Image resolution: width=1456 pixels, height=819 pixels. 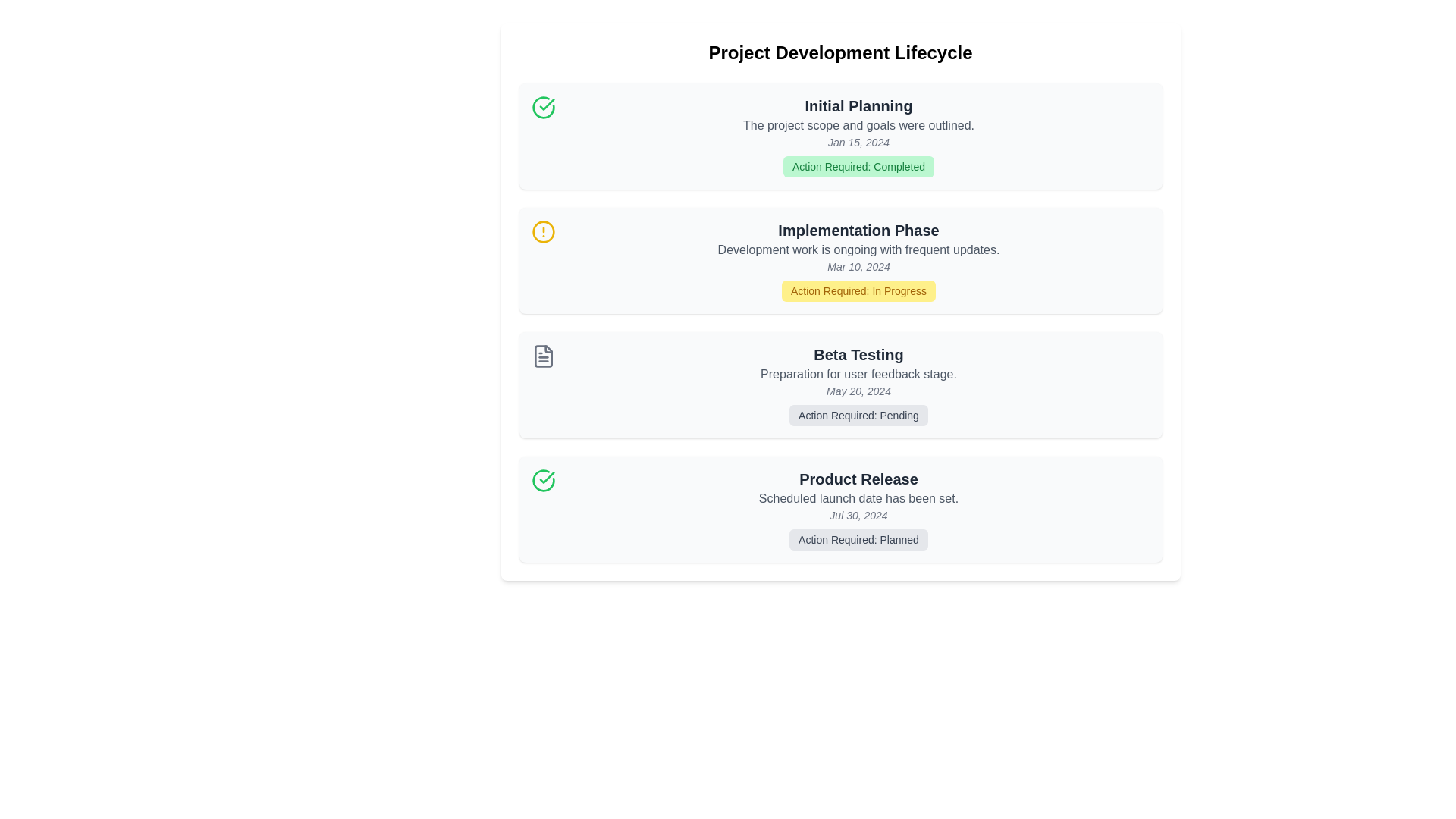 I want to click on the Text Label that serves as the title for the active stage in the project lifecycle, positioned under the 'Implementation Phase' section header, so click(x=858, y=231).